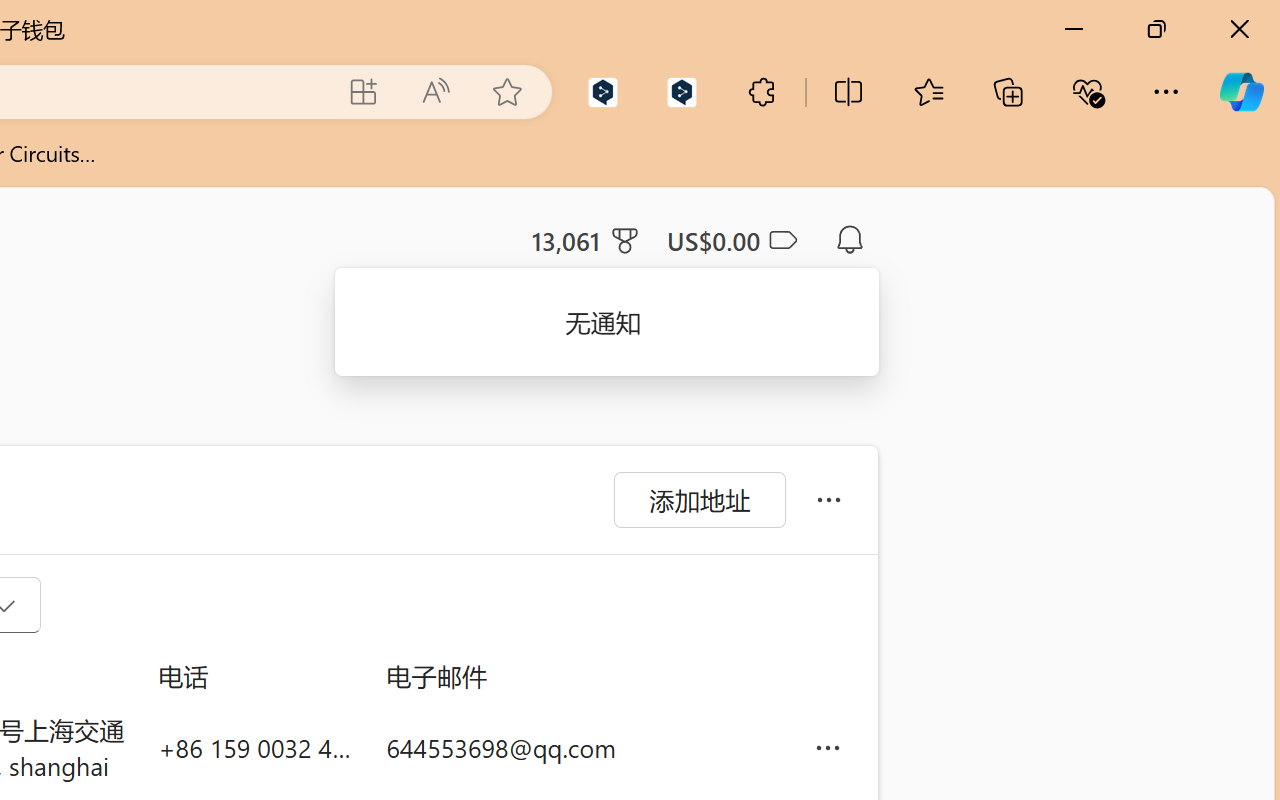 Image resolution: width=1280 pixels, height=800 pixels. Describe the element at coordinates (255, 747) in the screenshot. I see `'+86 159 0032 4640'` at that location.